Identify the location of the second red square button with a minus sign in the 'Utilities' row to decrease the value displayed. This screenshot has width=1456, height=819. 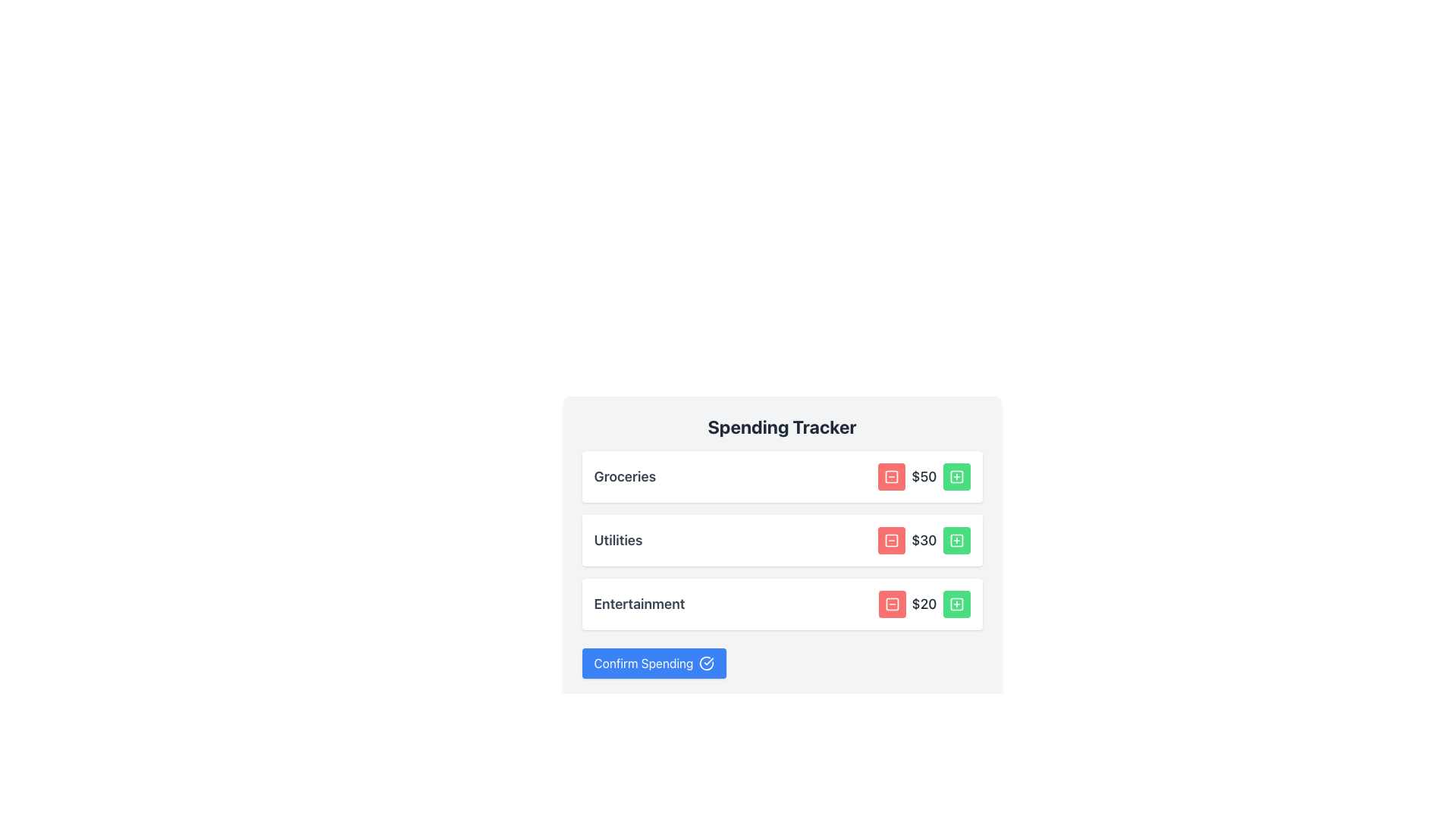
(892, 540).